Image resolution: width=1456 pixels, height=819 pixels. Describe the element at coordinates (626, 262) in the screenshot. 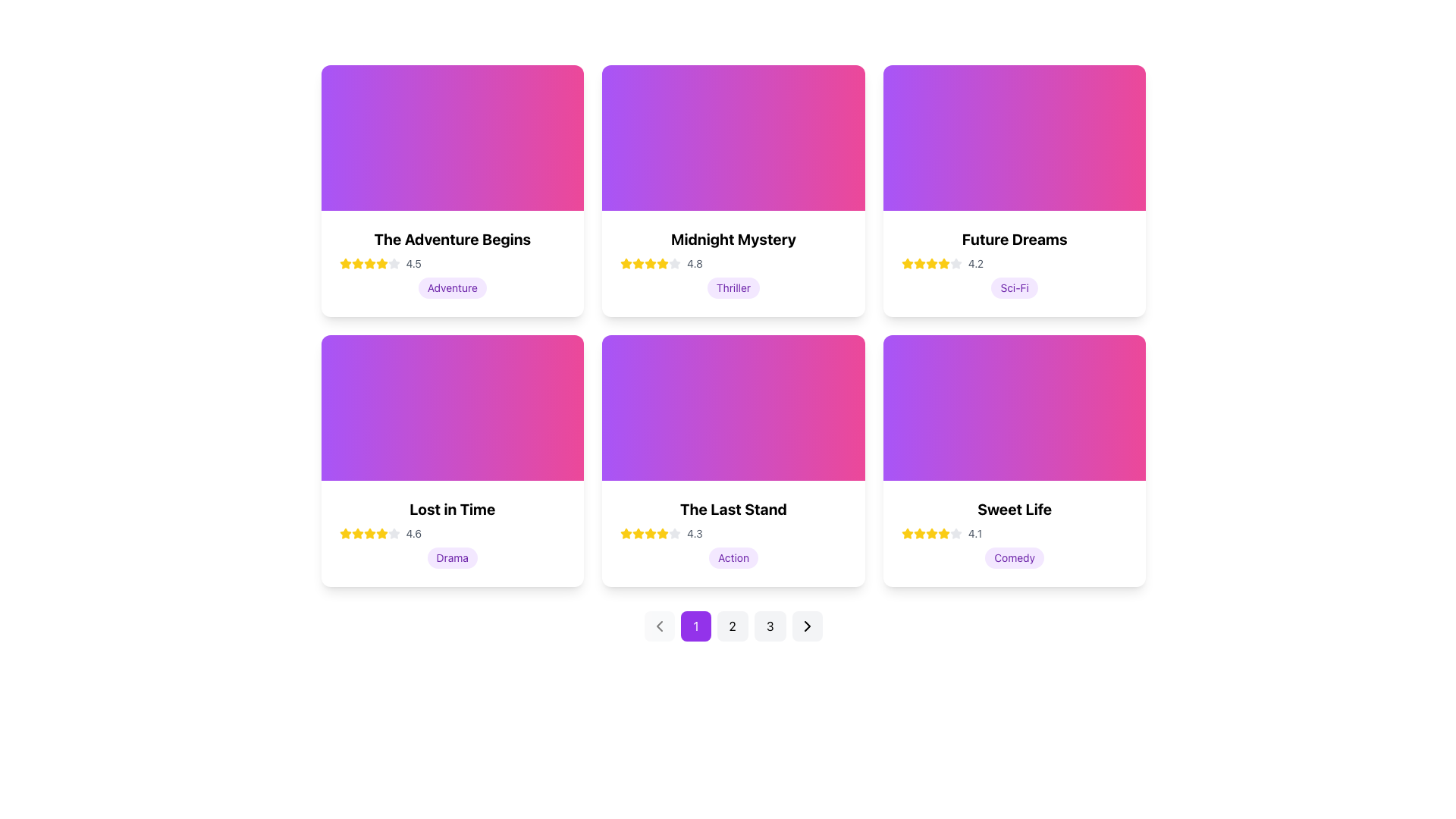

I see `the yellow star icon used for rating systems on the 'Midnight Mystery' card, which is the second star from the left in the first row of cards` at that location.